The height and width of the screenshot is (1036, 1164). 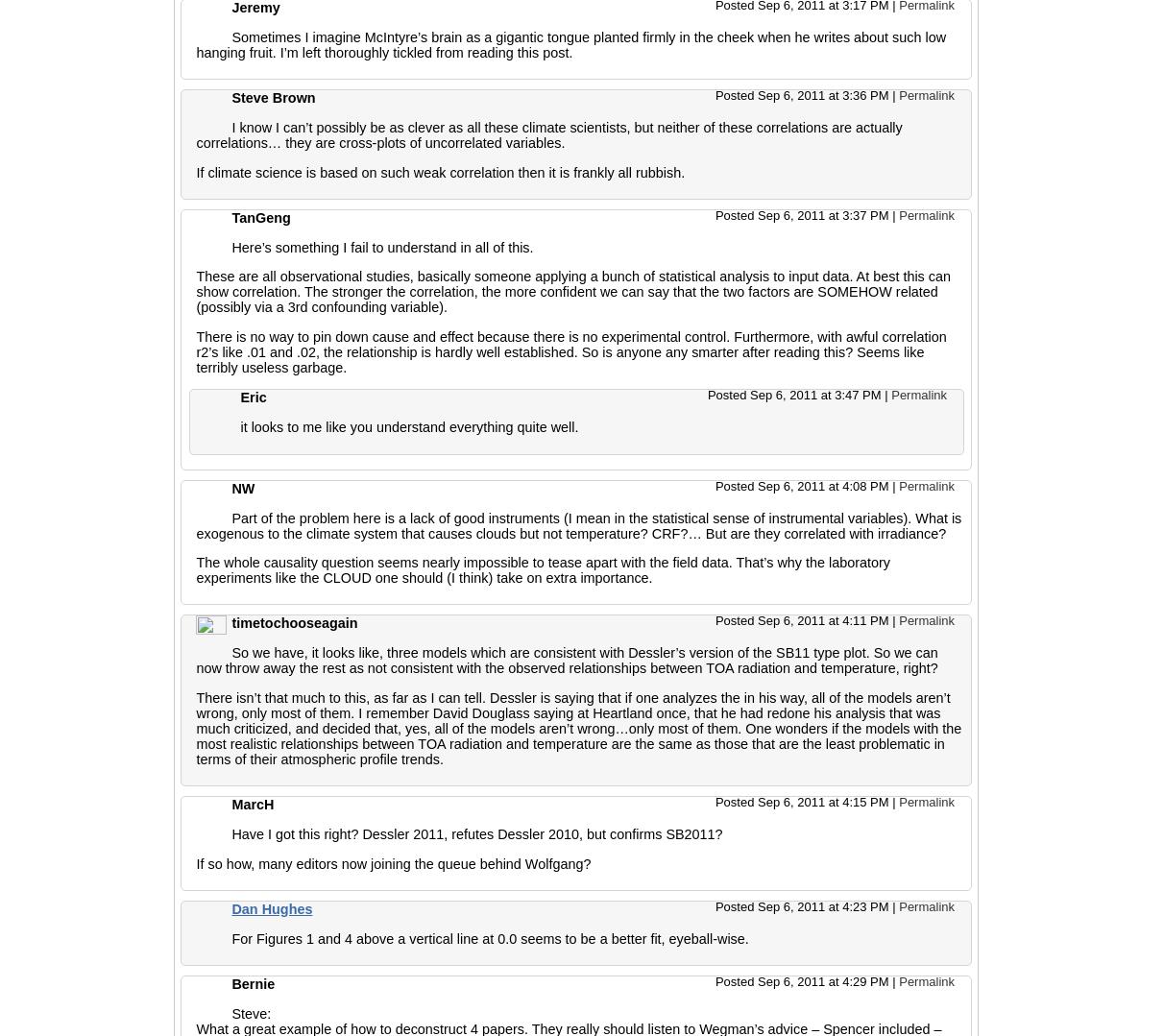 I want to click on 'Posted Sep 6, 2011 at 3:37 PM', so click(x=715, y=214).